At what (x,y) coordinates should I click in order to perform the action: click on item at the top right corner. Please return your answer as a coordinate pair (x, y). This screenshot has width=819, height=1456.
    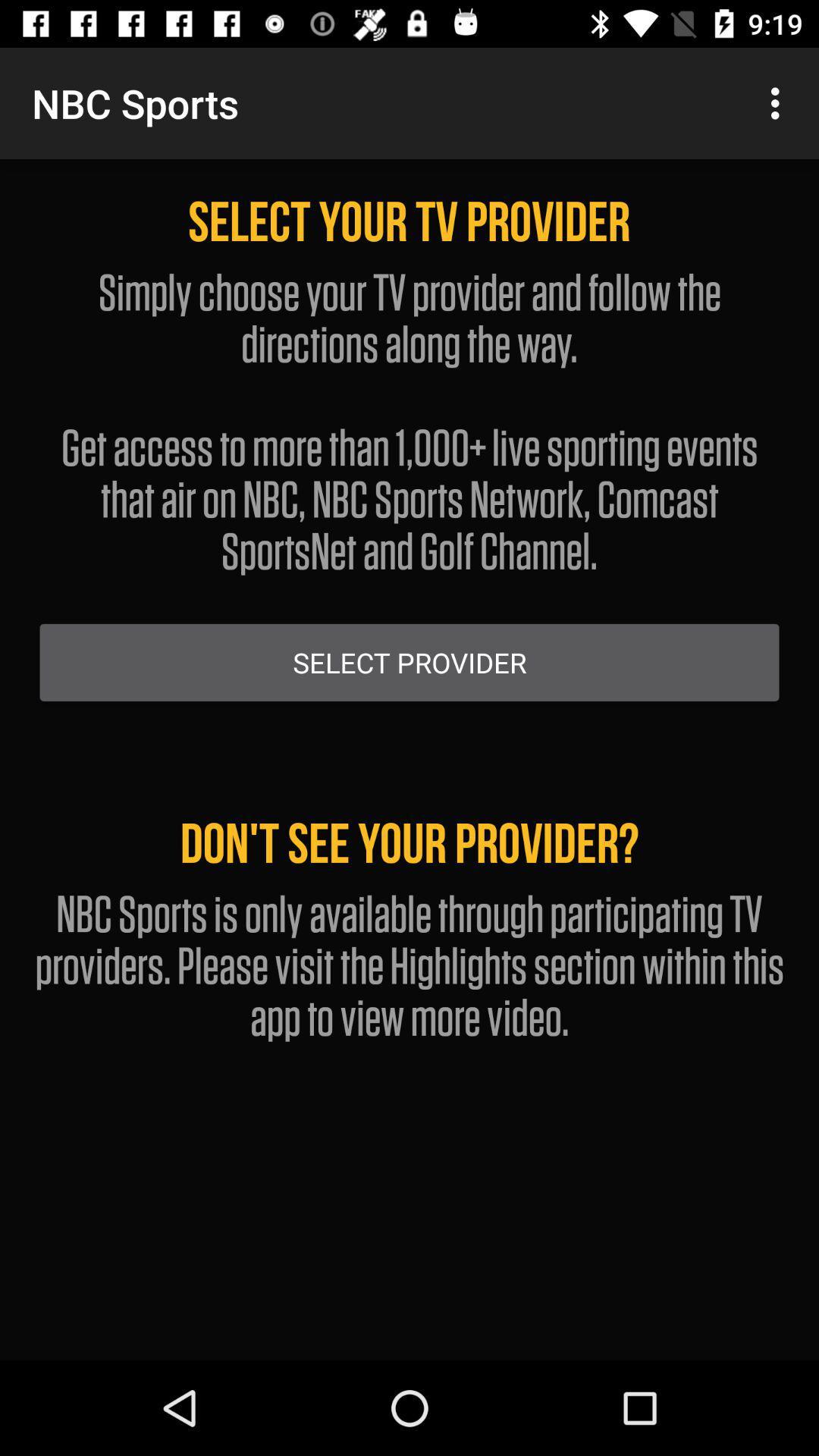
    Looking at the image, I should click on (779, 102).